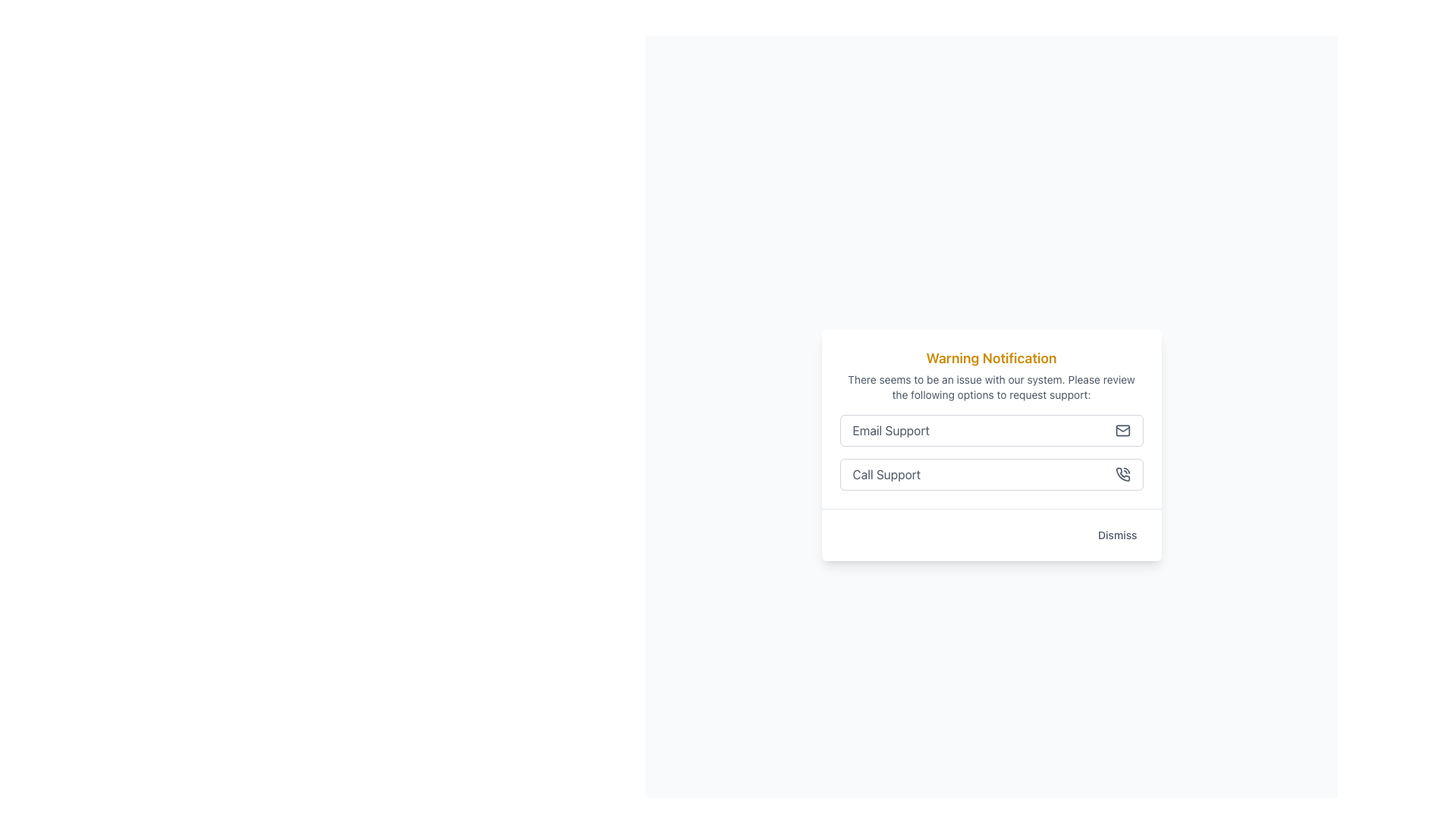 Image resolution: width=1456 pixels, height=819 pixels. What do you see at coordinates (991, 386) in the screenshot?
I see `block of light gray text located in the notification card, positioned below the 'Warning Notification' header and above the 'Email Support' and 'Call Support' buttons` at bounding box center [991, 386].